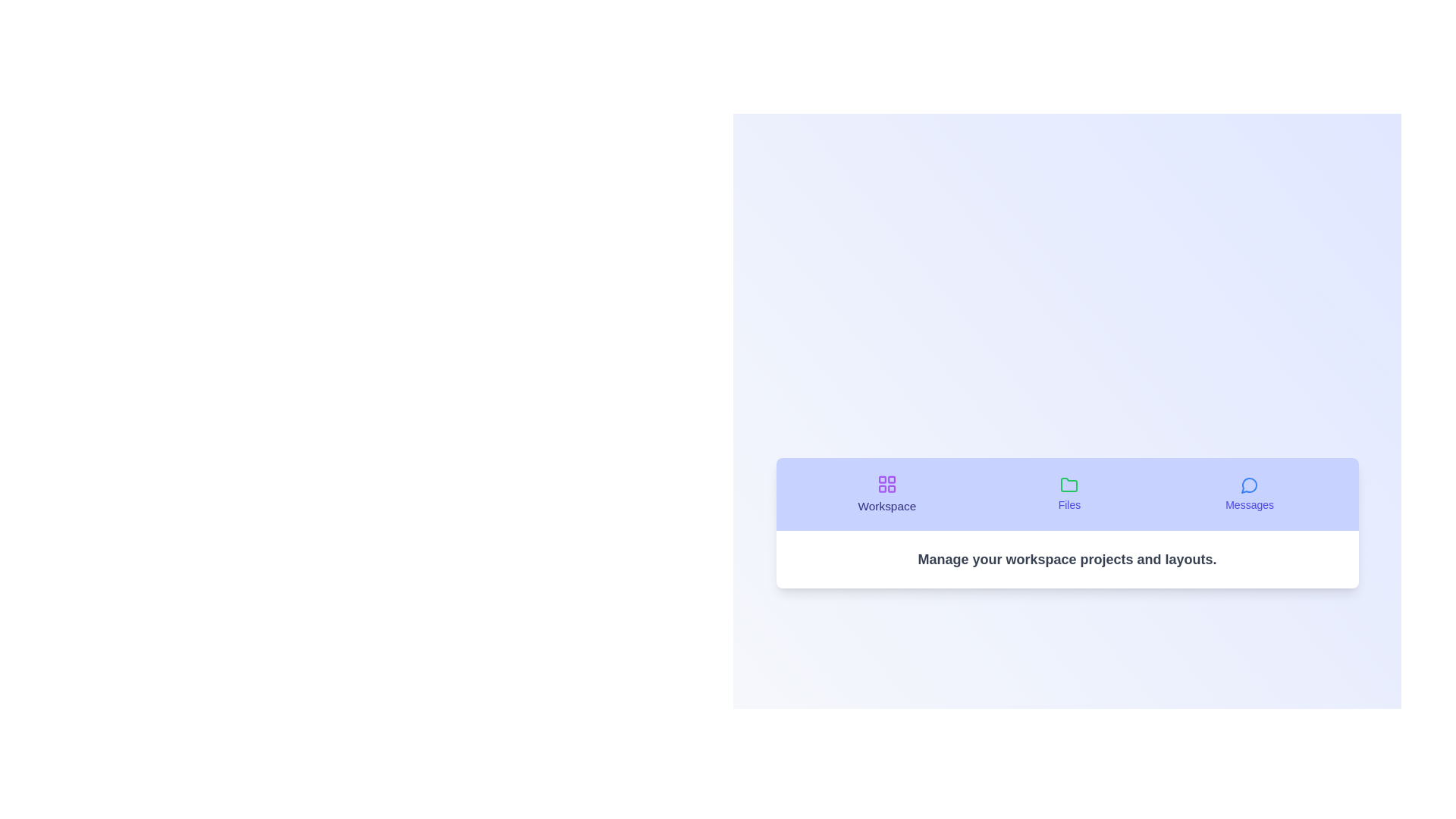 This screenshot has height=819, width=1456. Describe the element at coordinates (1250, 494) in the screenshot. I see `the tab labeled Messages to switch to that tab` at that location.